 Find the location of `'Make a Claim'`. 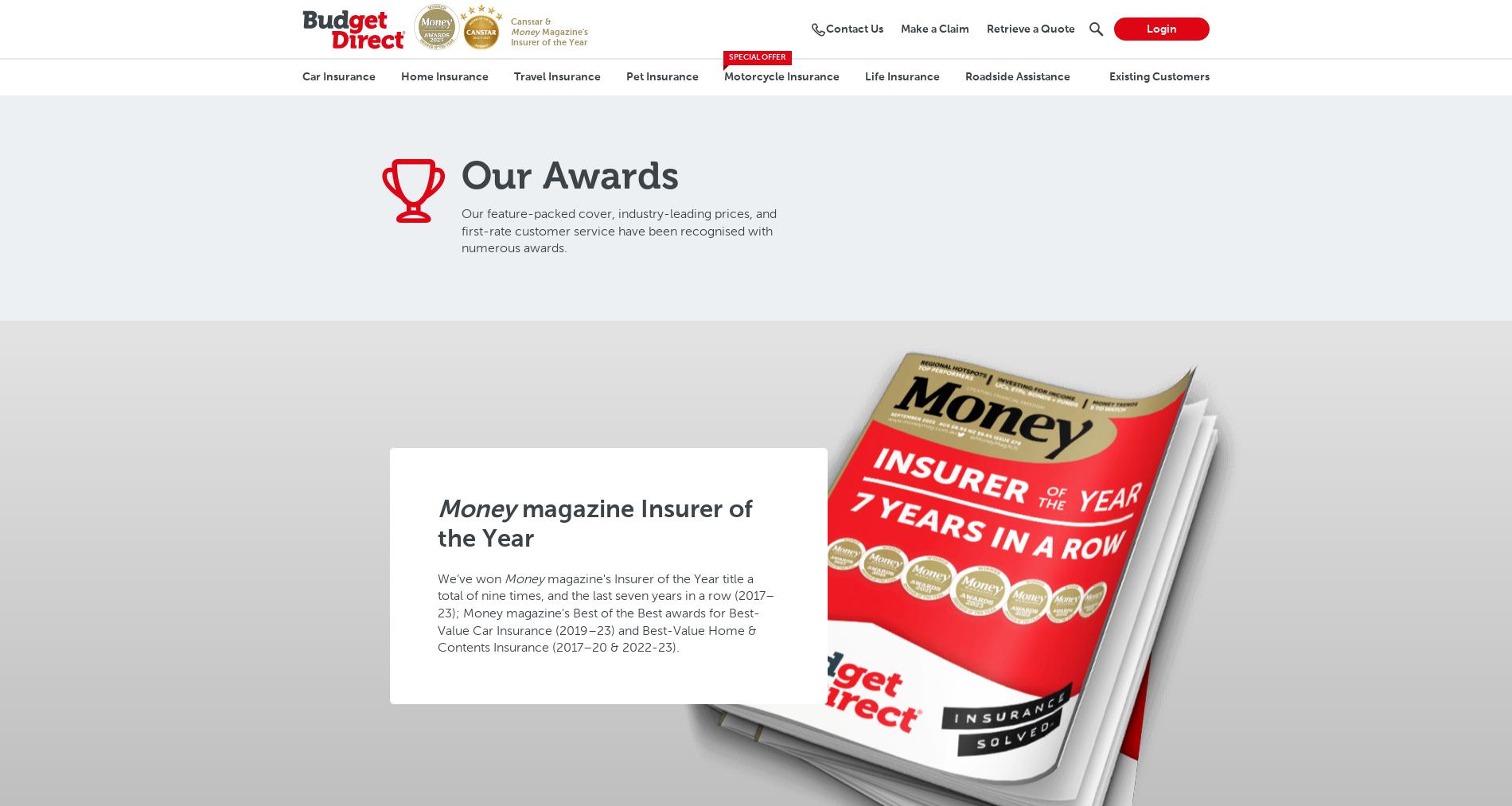

'Make a Claim' is located at coordinates (934, 28).